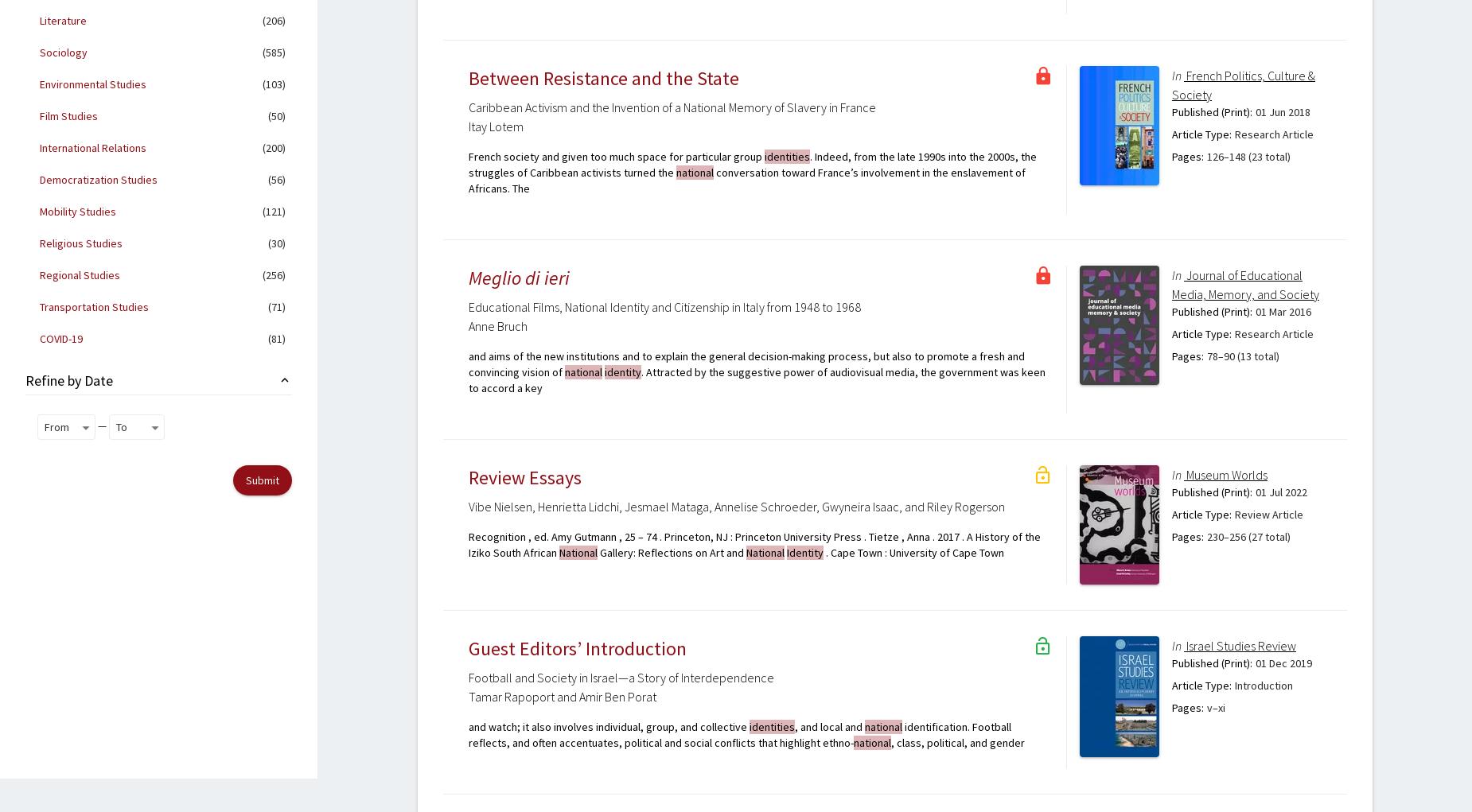 The width and height of the screenshot is (1472, 812). What do you see at coordinates (273, 210) in the screenshot?
I see `'(121)'` at bounding box center [273, 210].